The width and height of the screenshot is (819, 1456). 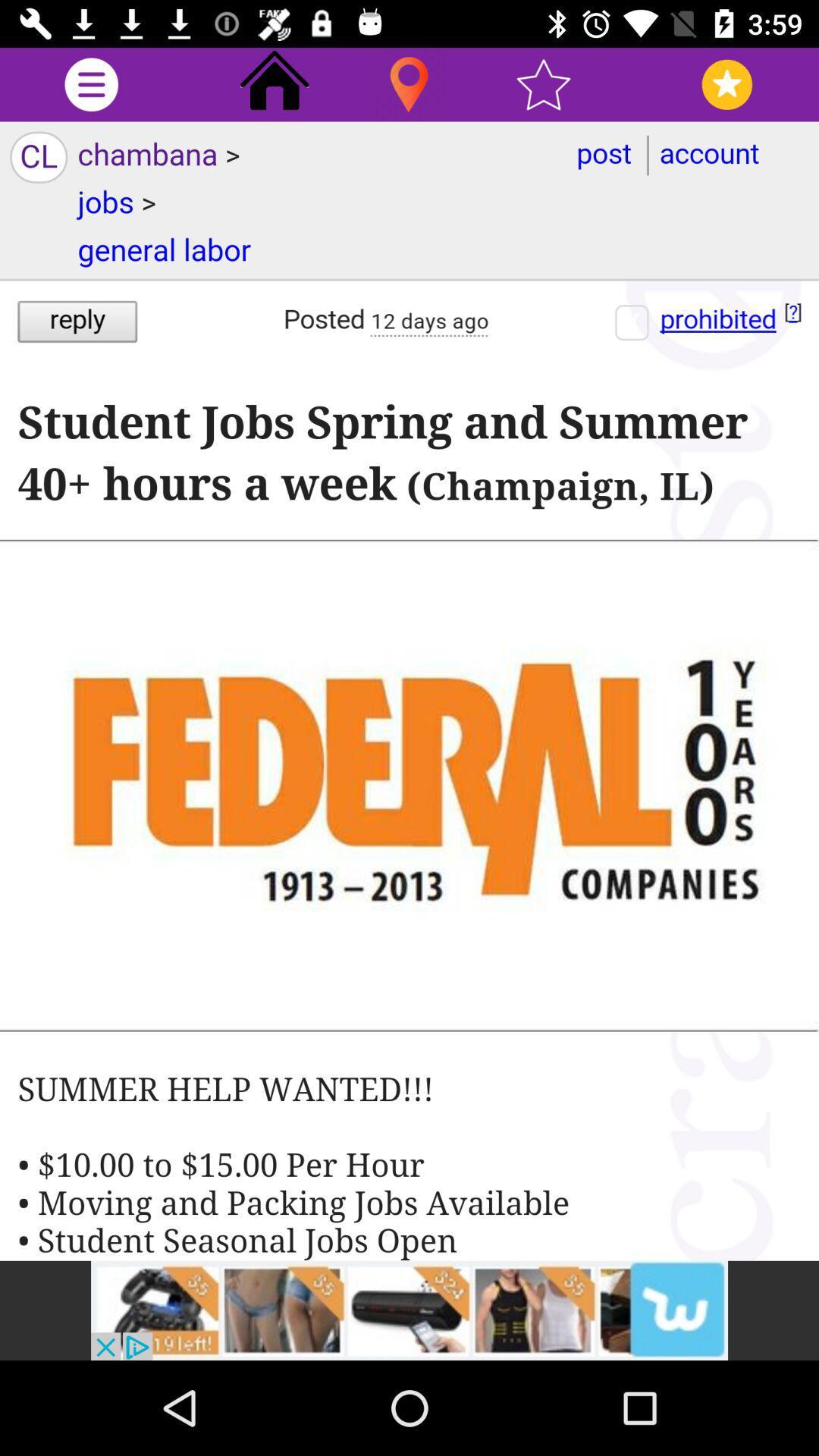 What do you see at coordinates (543, 83) in the screenshot?
I see `favorite` at bounding box center [543, 83].